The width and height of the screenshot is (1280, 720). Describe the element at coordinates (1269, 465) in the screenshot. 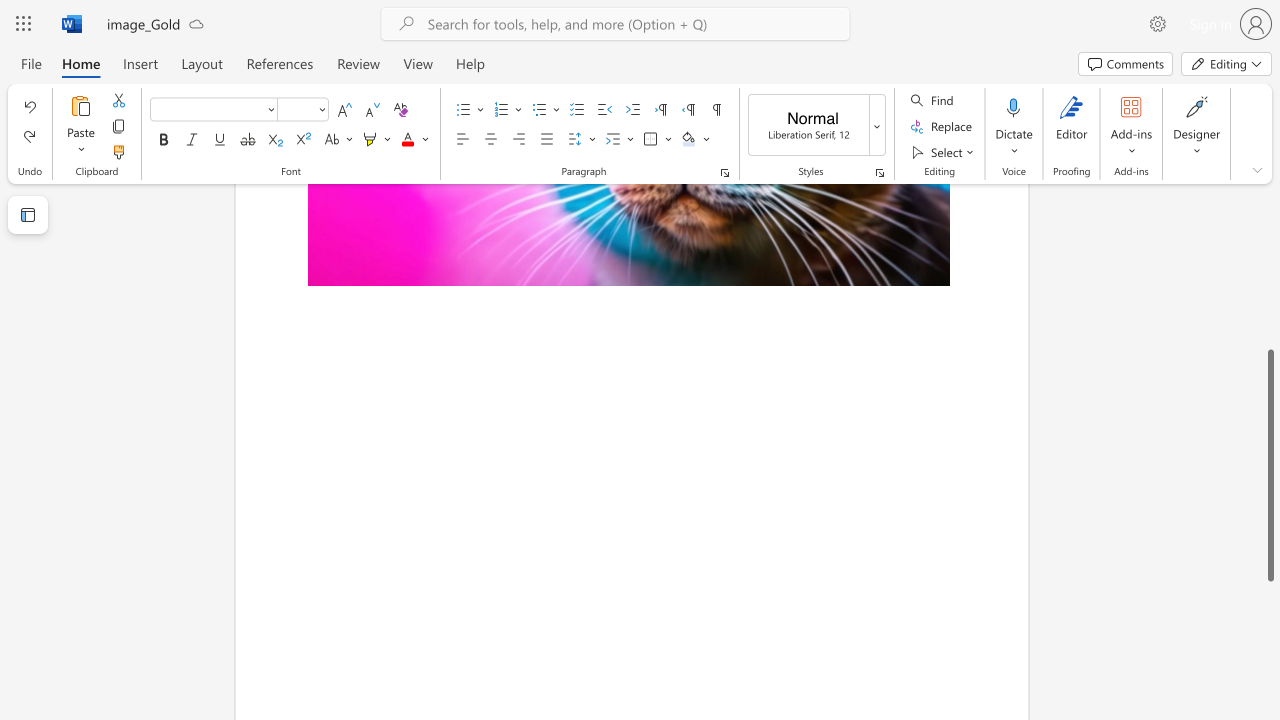

I see `the scrollbar and move up 270 pixels` at that location.